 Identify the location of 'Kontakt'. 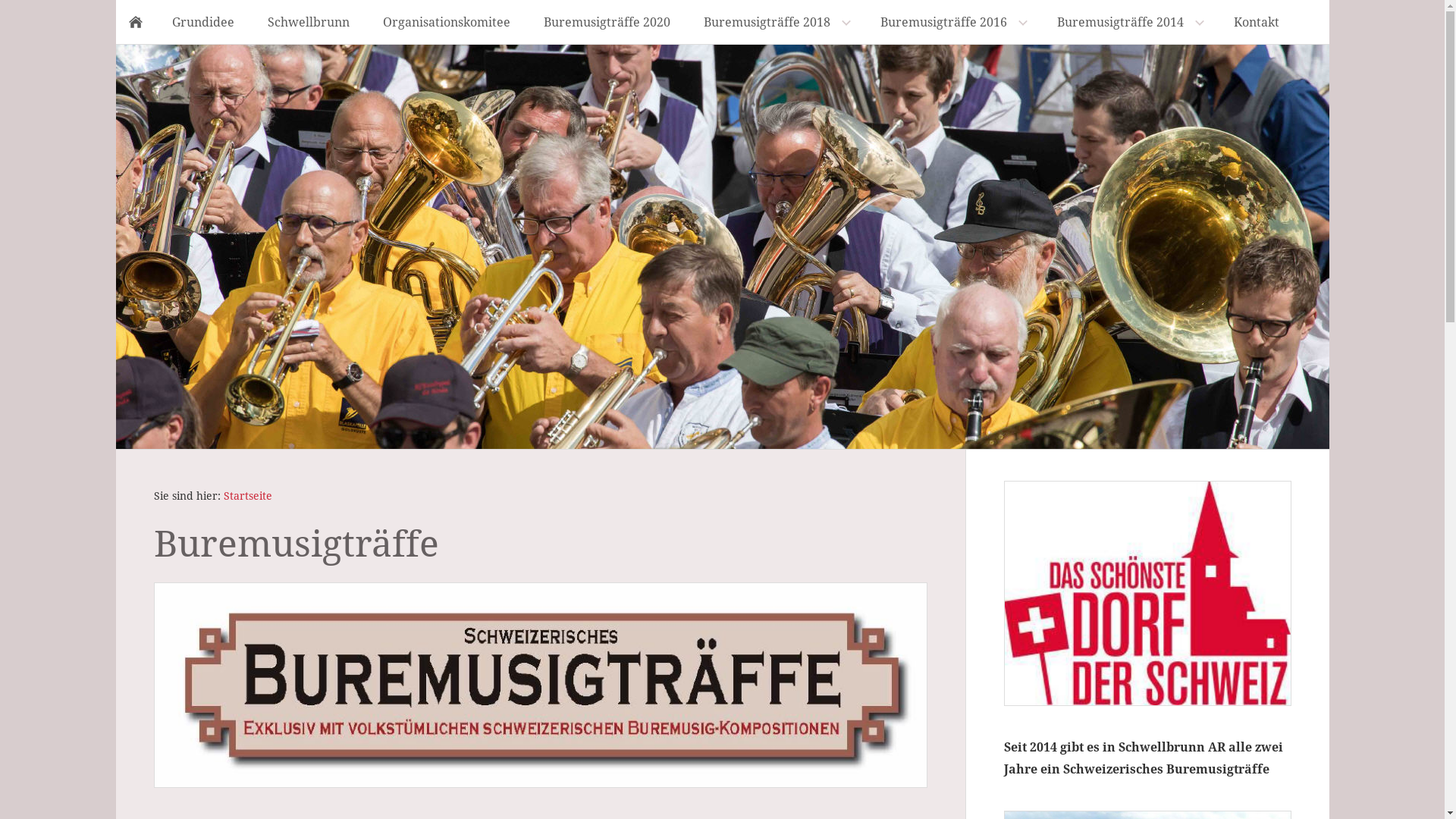
(1256, 22).